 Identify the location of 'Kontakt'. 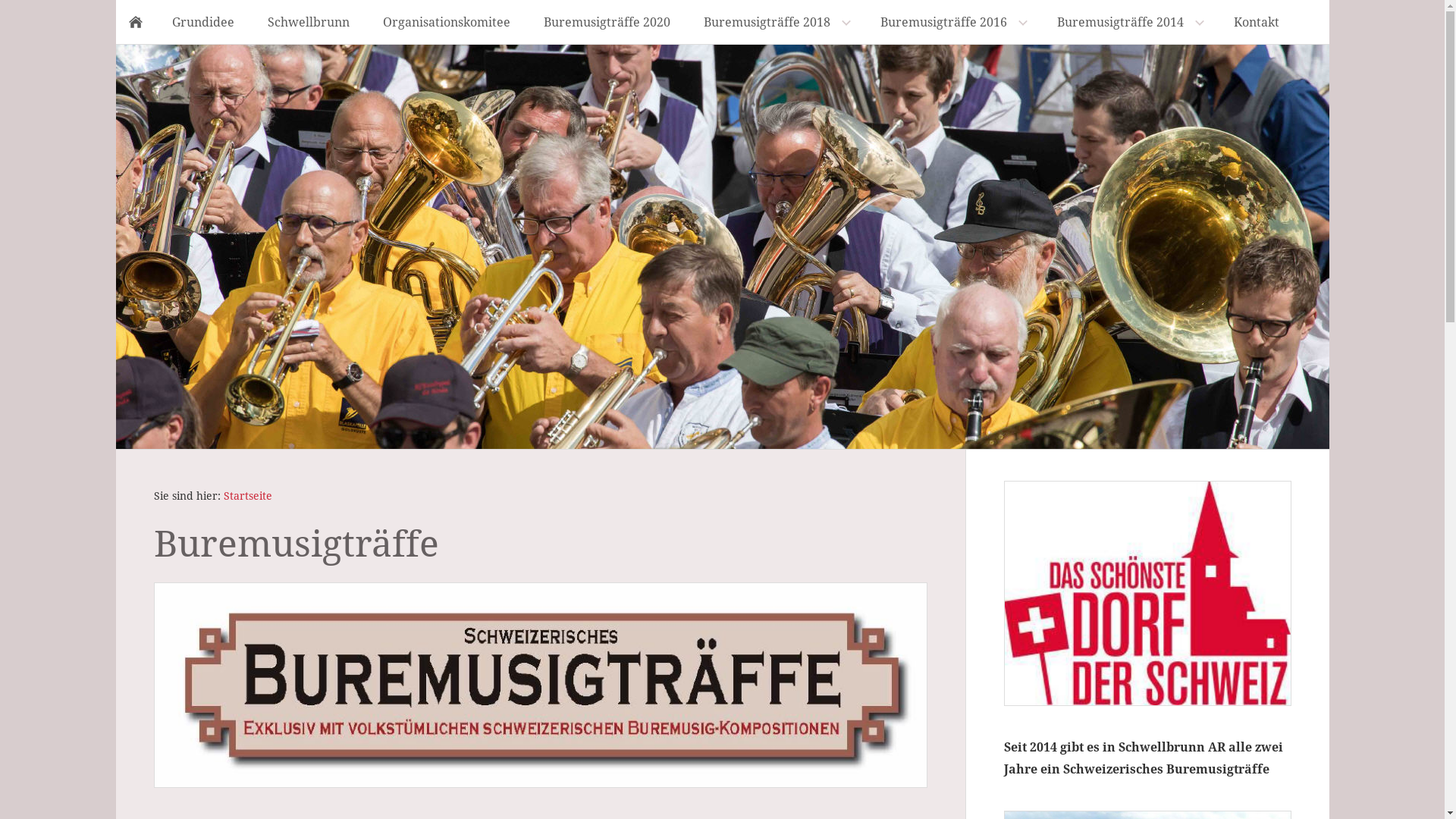
(1256, 22).